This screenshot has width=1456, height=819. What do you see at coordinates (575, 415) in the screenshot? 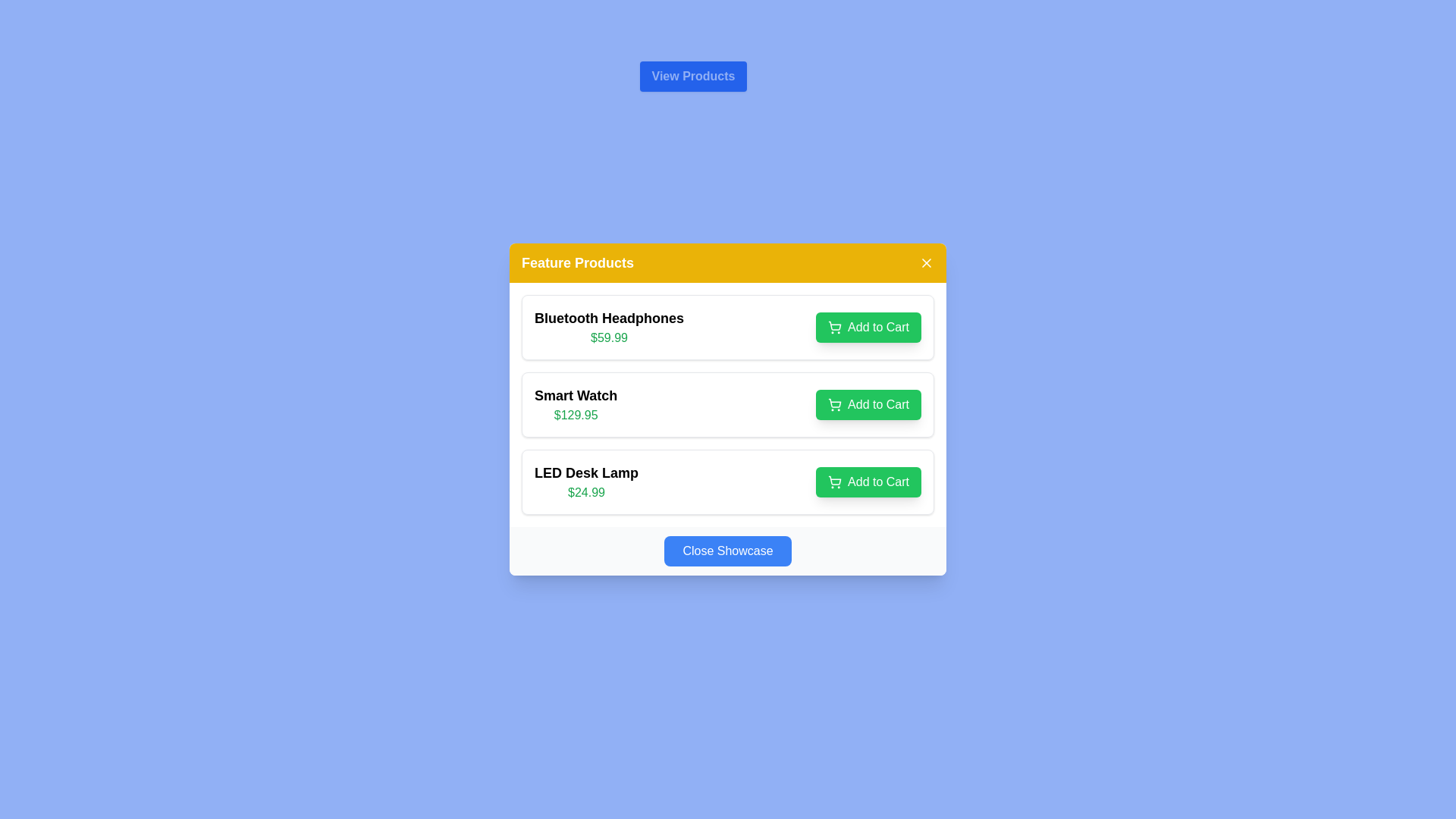
I see `the price display showing '$129.95' in green font, located directly below the 'Smart Watch' label in the product listing interface` at bounding box center [575, 415].